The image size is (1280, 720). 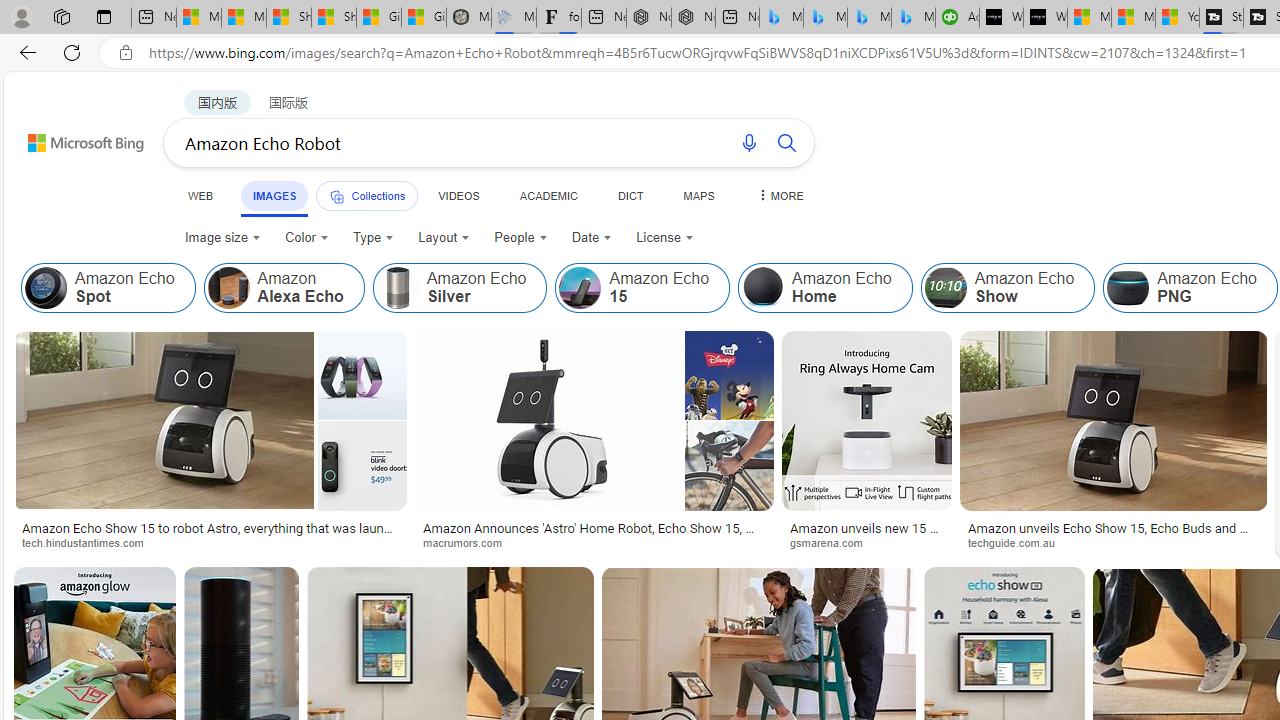 I want to click on 'Accounting Software for Accountants, CPAs and Bookkeepers', so click(x=956, y=17).